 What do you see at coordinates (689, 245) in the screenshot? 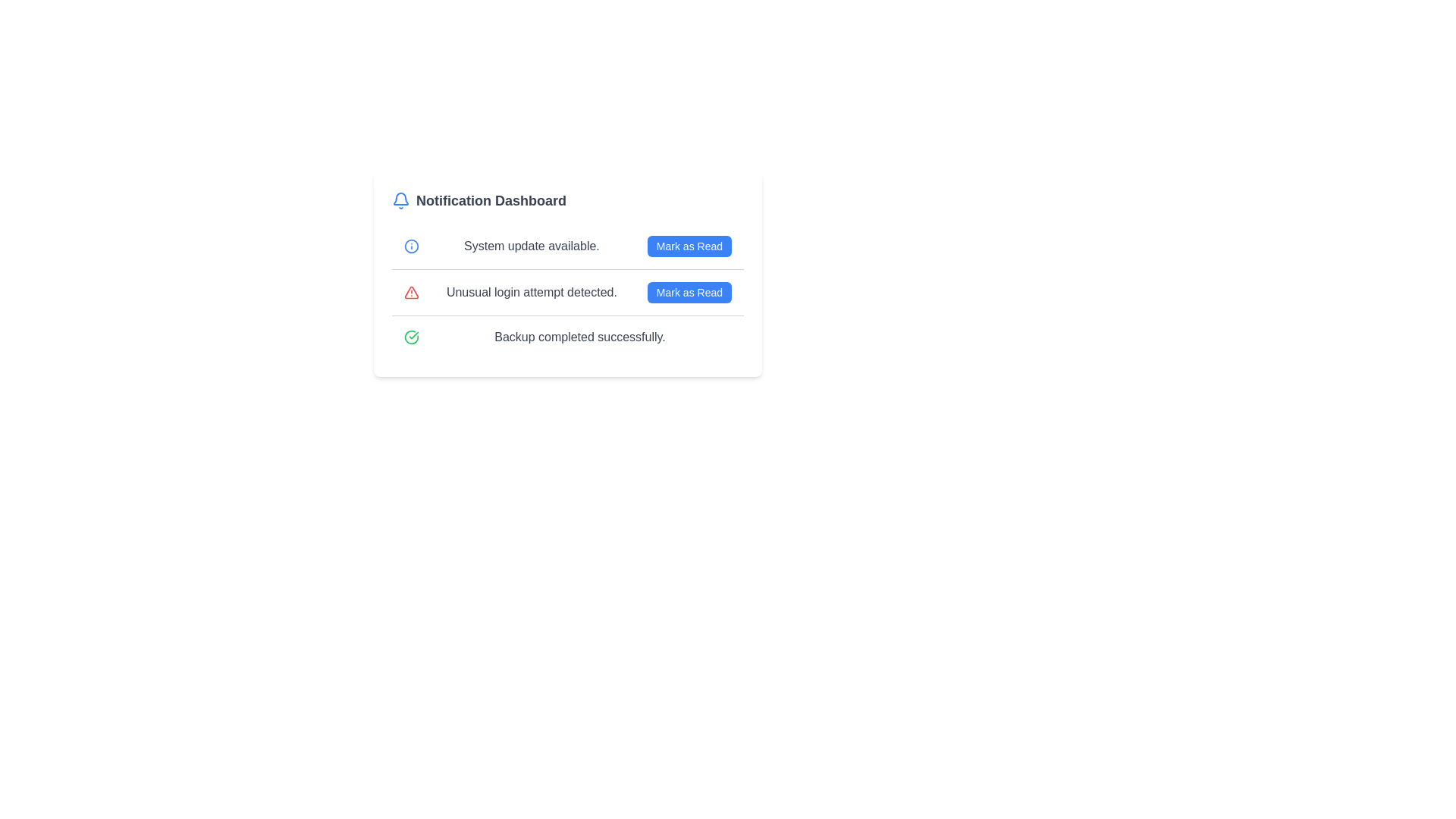
I see `the button located to the right of the text 'System update available.' to mark the notification as read` at bounding box center [689, 245].